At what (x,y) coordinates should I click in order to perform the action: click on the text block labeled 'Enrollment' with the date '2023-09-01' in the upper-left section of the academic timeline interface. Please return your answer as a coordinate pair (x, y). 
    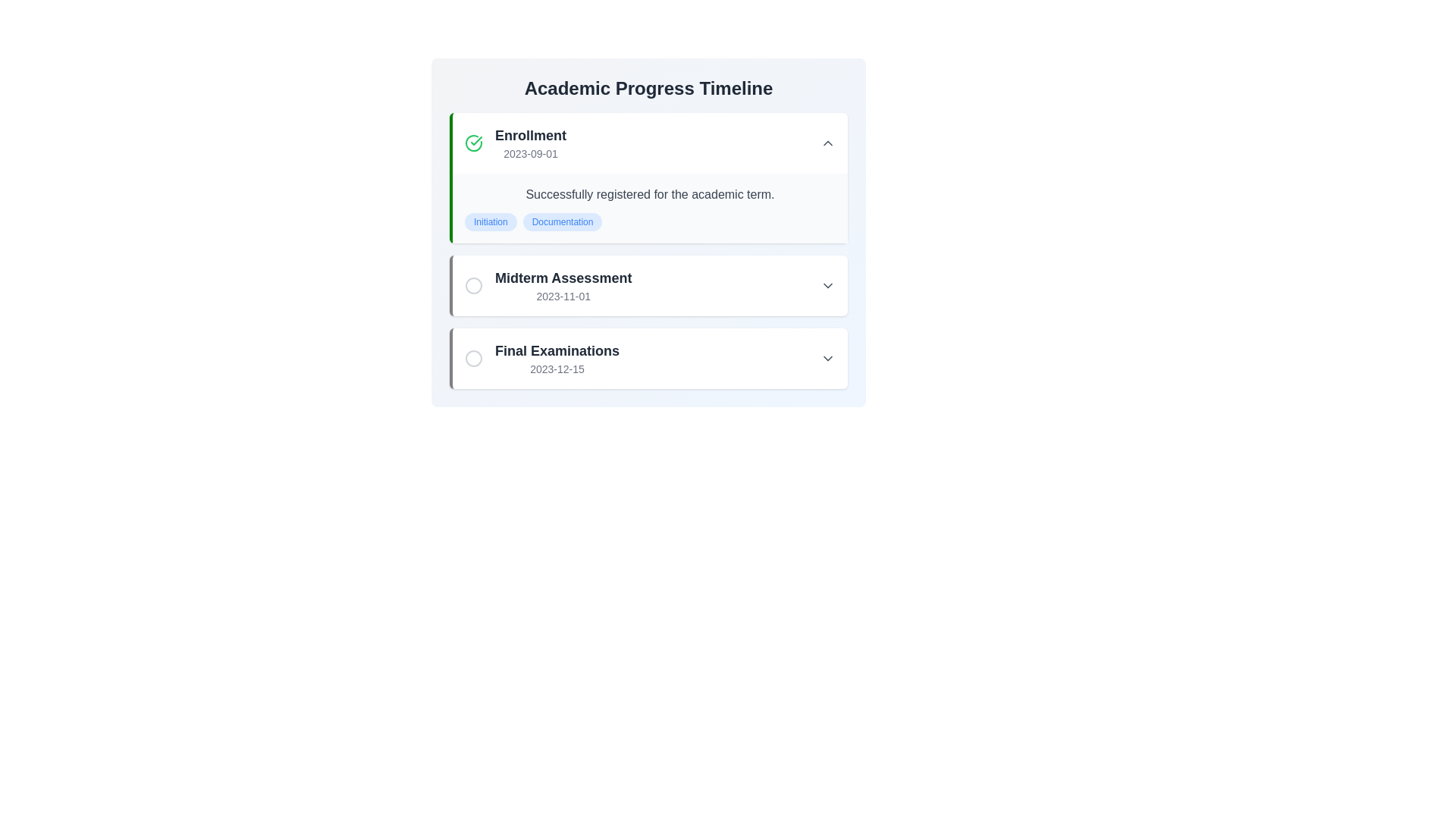
    Looking at the image, I should click on (531, 143).